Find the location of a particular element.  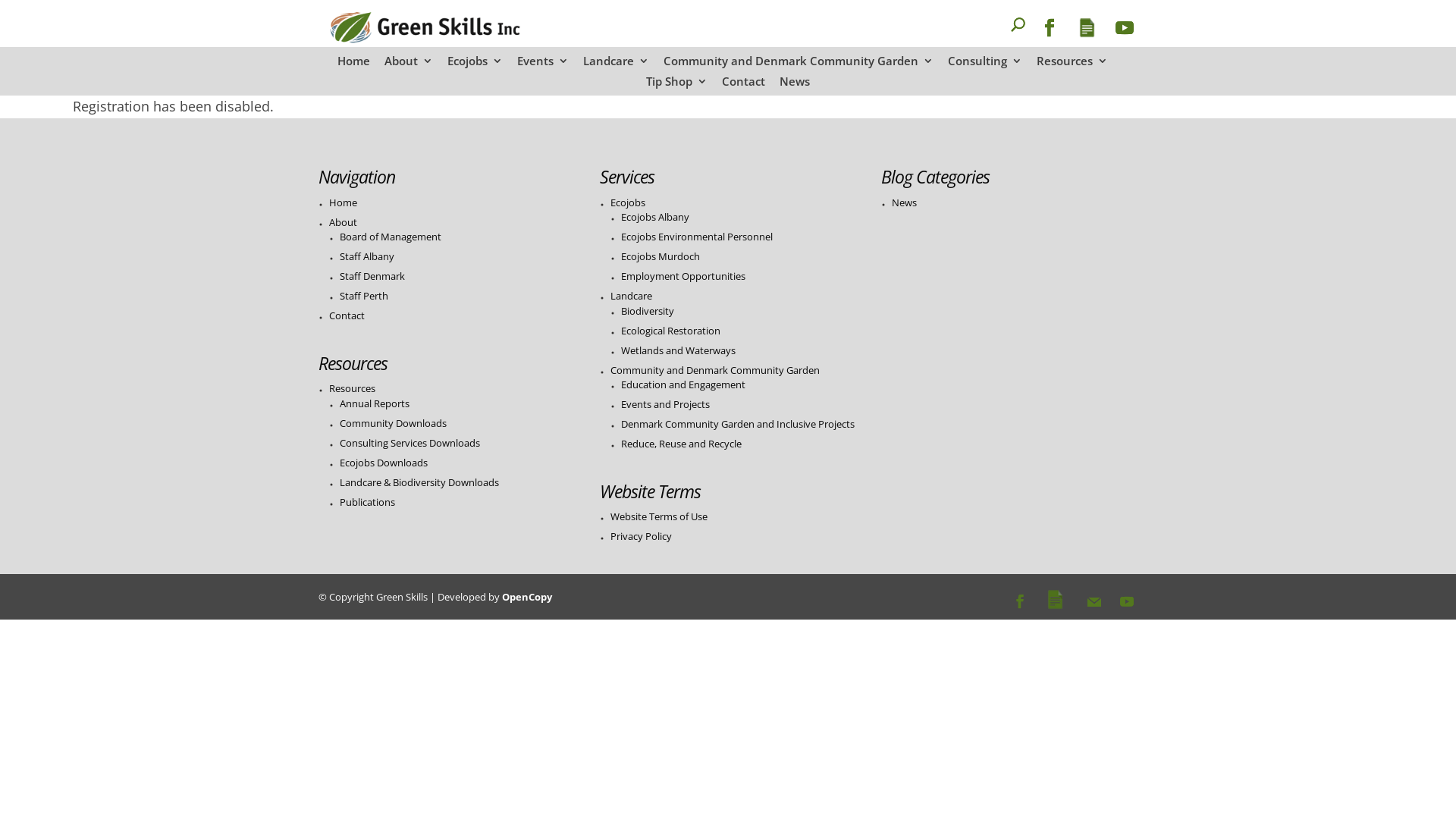

'Ecojobs Albany' is located at coordinates (655, 216).